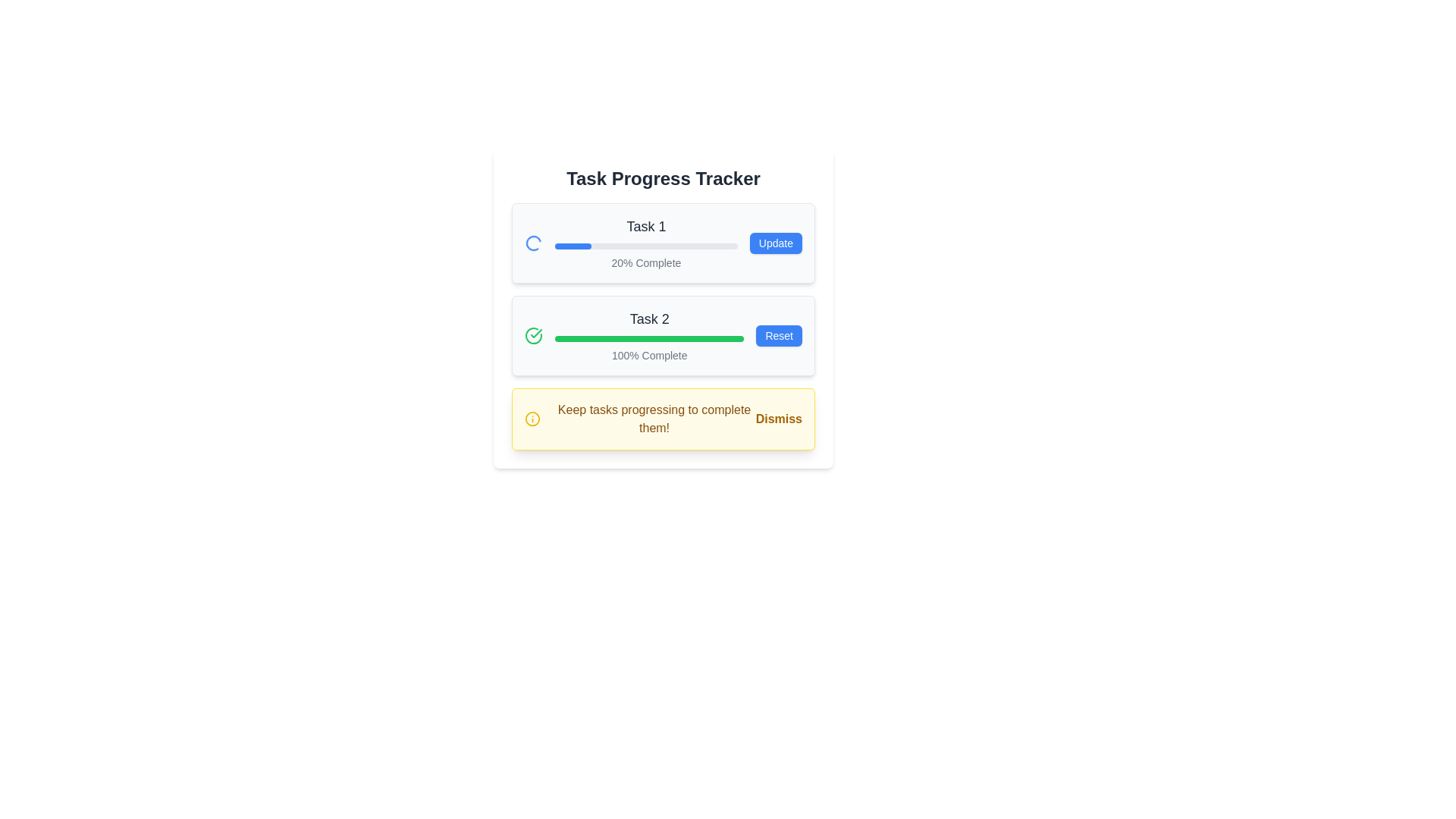  What do you see at coordinates (646, 227) in the screenshot?
I see `the text label displaying 'Task 1' in a medium-sized, gray-colored font at the top of the task card layout` at bounding box center [646, 227].